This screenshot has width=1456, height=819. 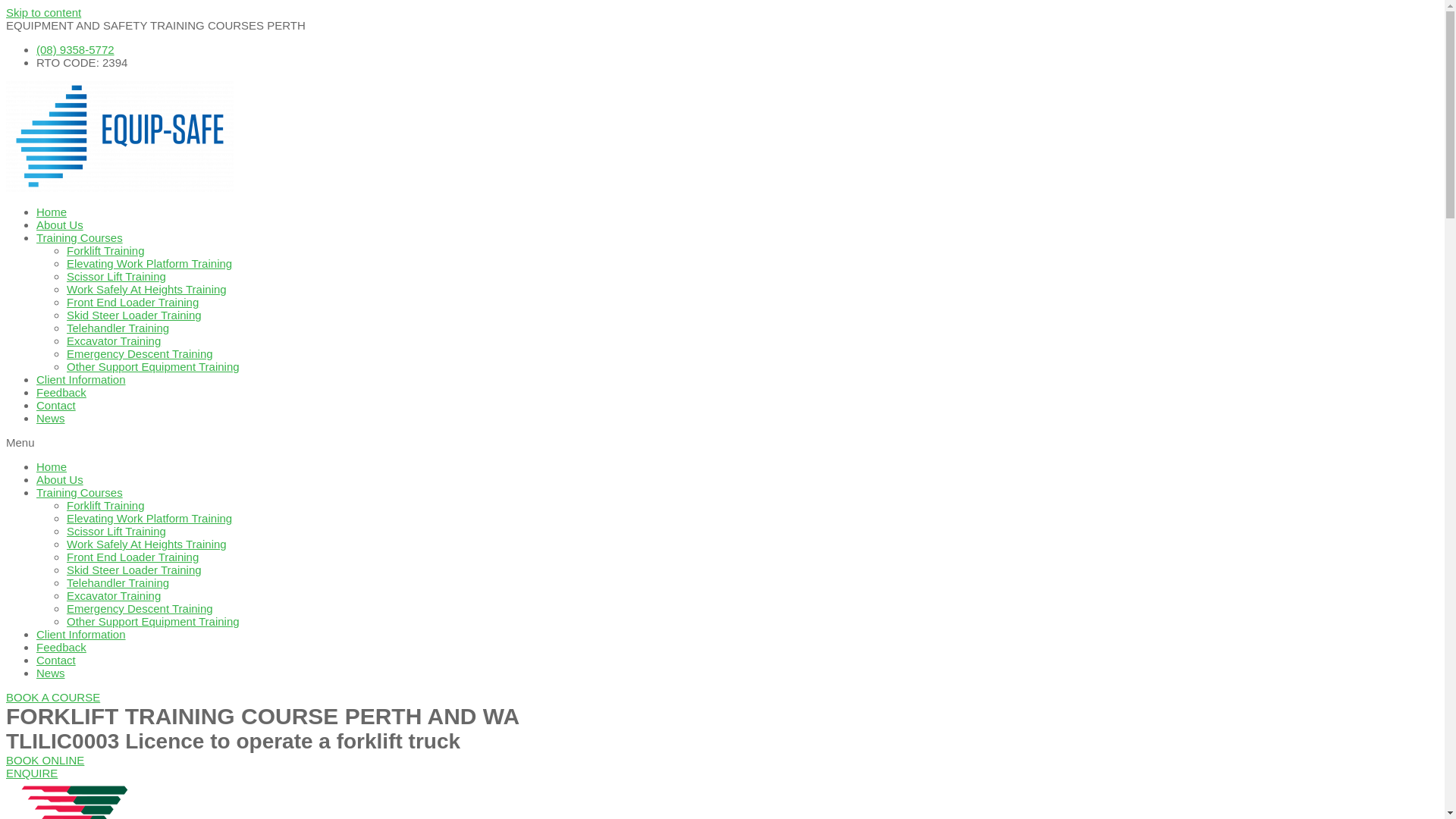 I want to click on 'Work Safely At Heights Training', so click(x=65, y=289).